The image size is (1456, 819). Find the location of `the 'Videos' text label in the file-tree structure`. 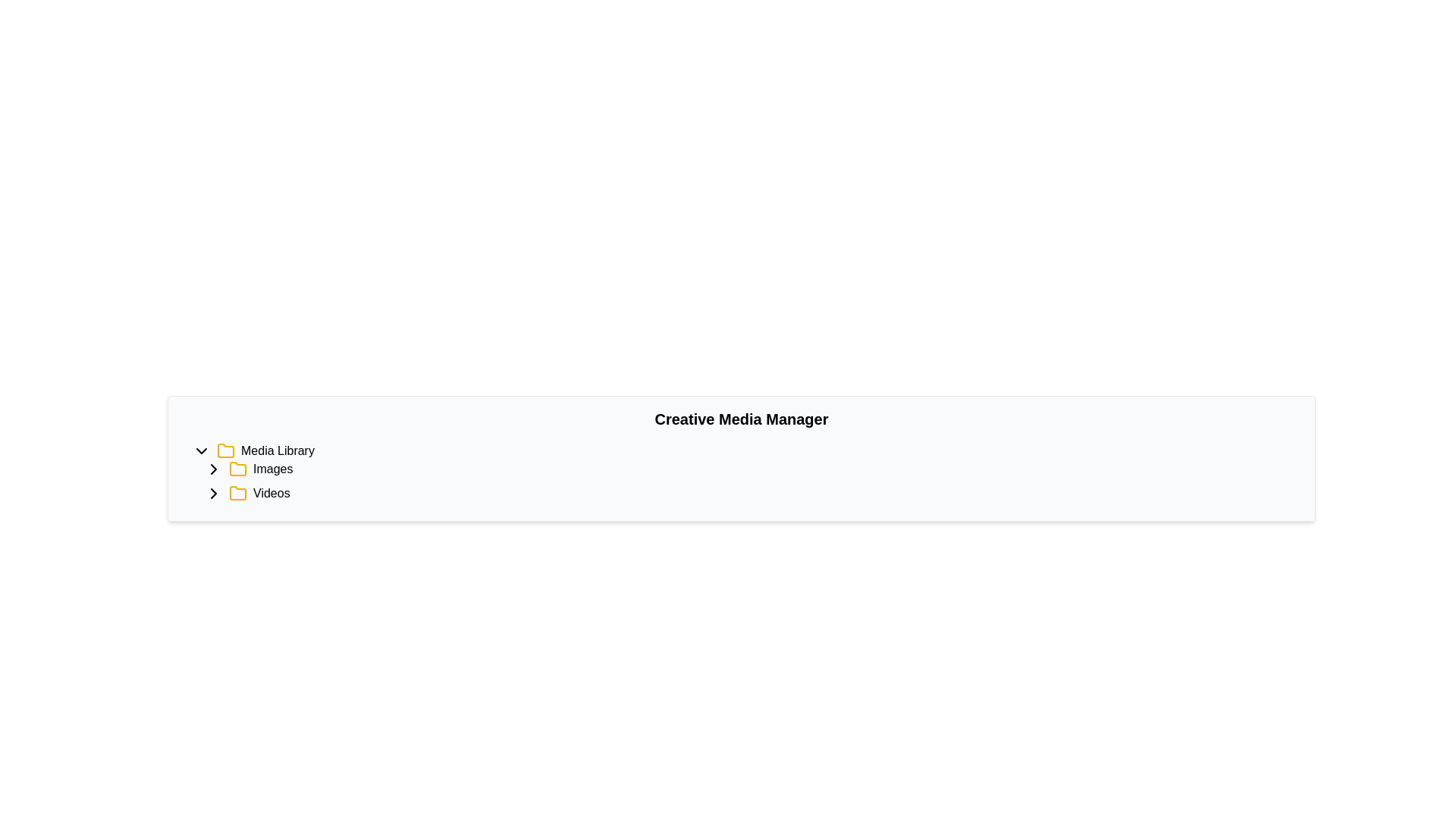

the 'Videos' text label in the file-tree structure is located at coordinates (271, 494).